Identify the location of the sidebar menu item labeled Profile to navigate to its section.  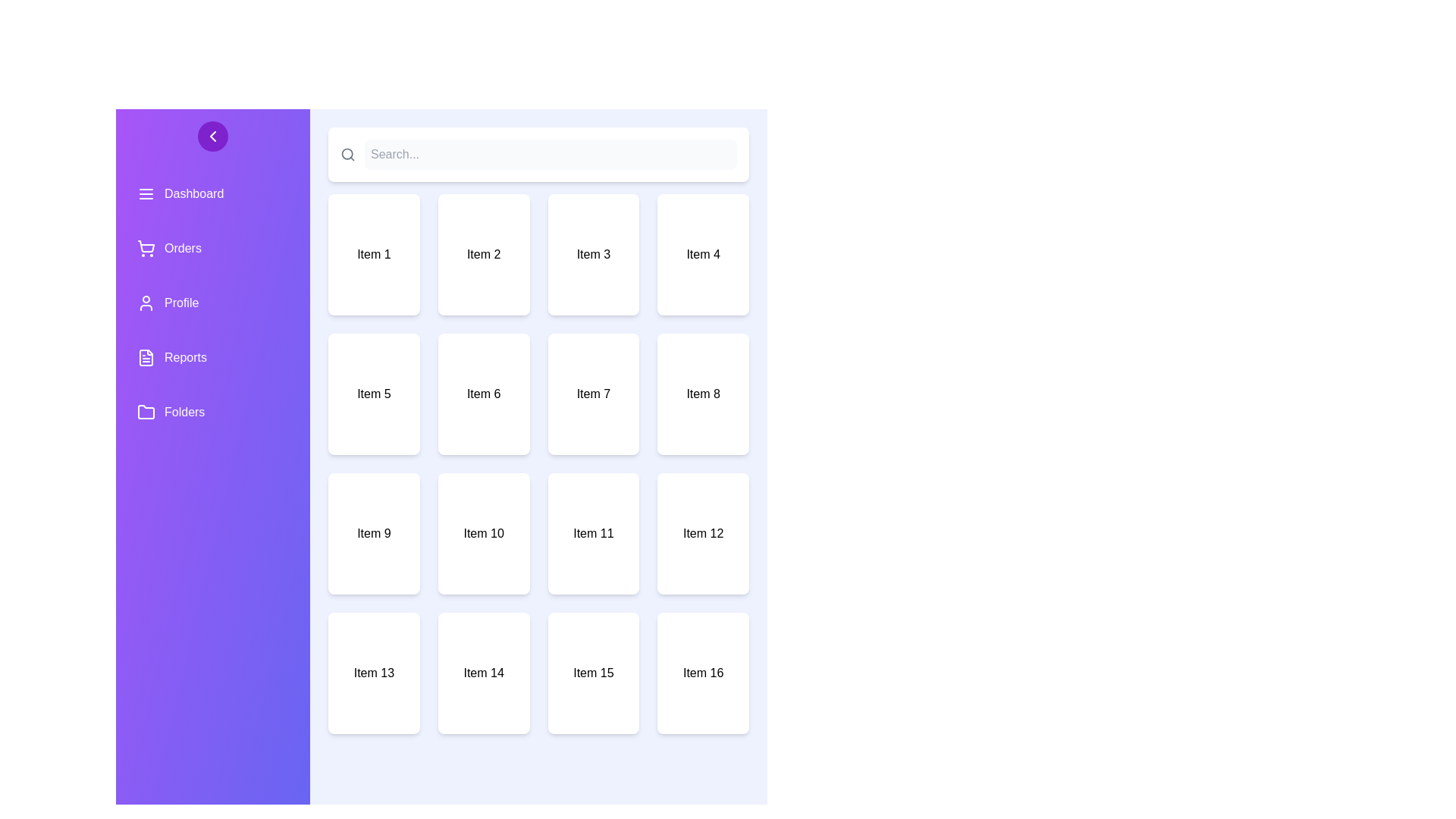
(212, 303).